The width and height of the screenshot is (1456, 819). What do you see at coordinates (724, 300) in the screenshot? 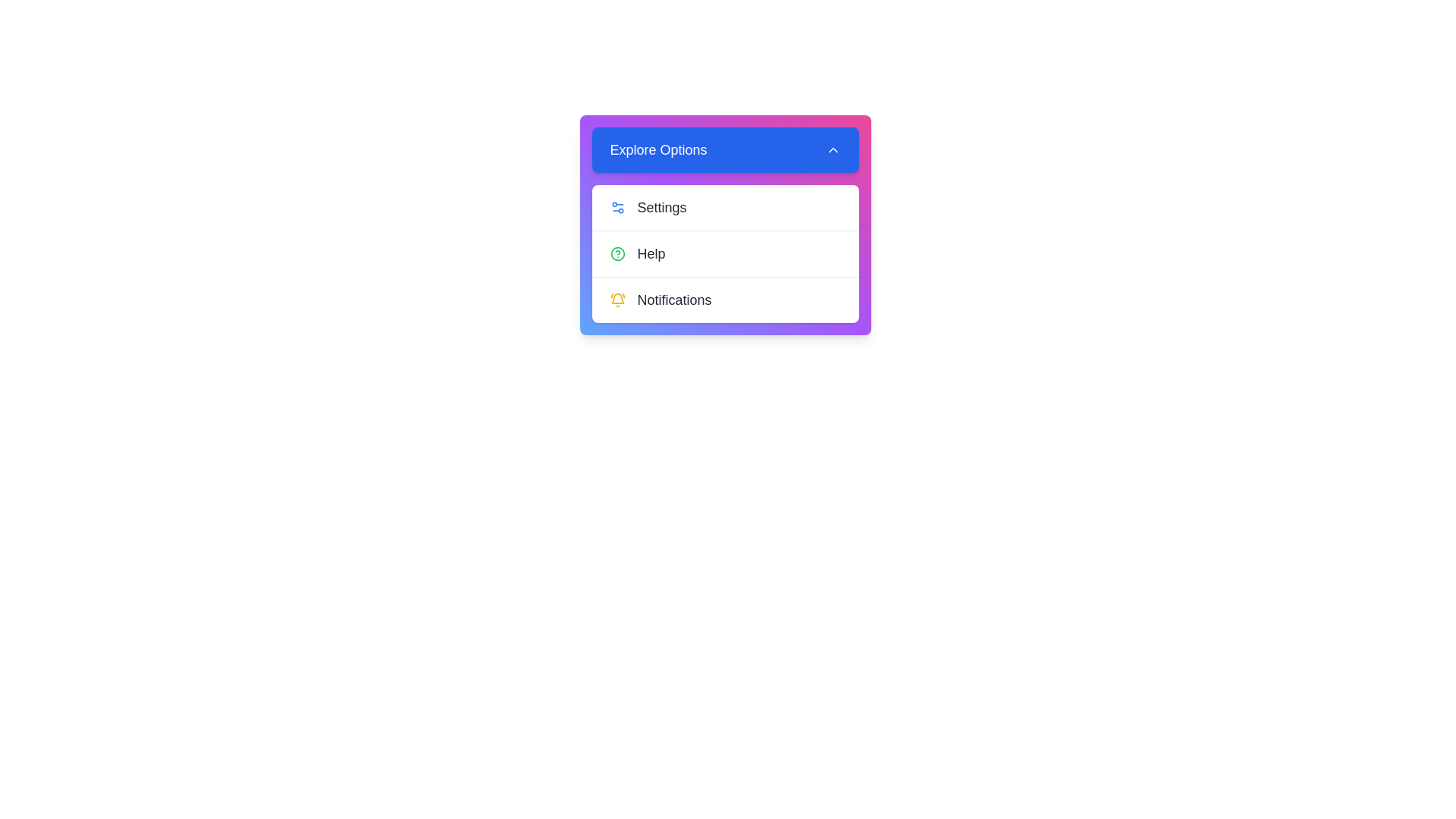
I see `the menu item Notifications` at bounding box center [724, 300].